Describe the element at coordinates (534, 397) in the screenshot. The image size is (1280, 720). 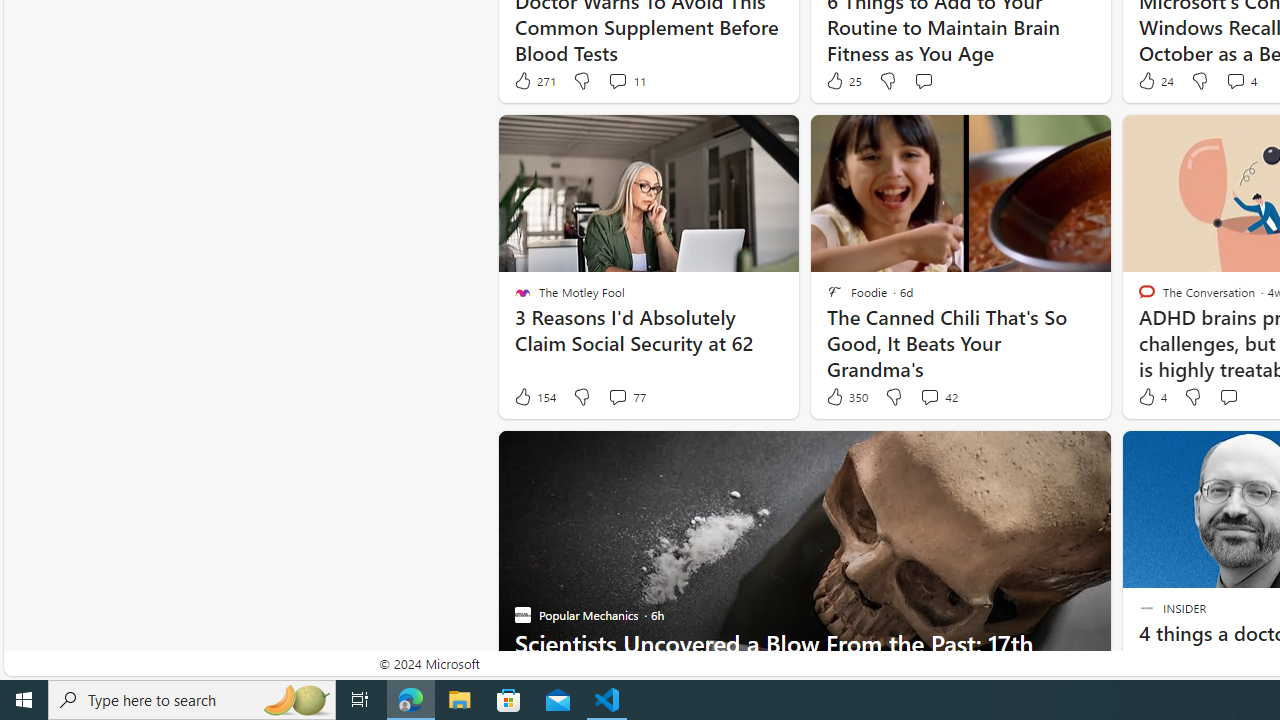
I see `'154 Like'` at that location.